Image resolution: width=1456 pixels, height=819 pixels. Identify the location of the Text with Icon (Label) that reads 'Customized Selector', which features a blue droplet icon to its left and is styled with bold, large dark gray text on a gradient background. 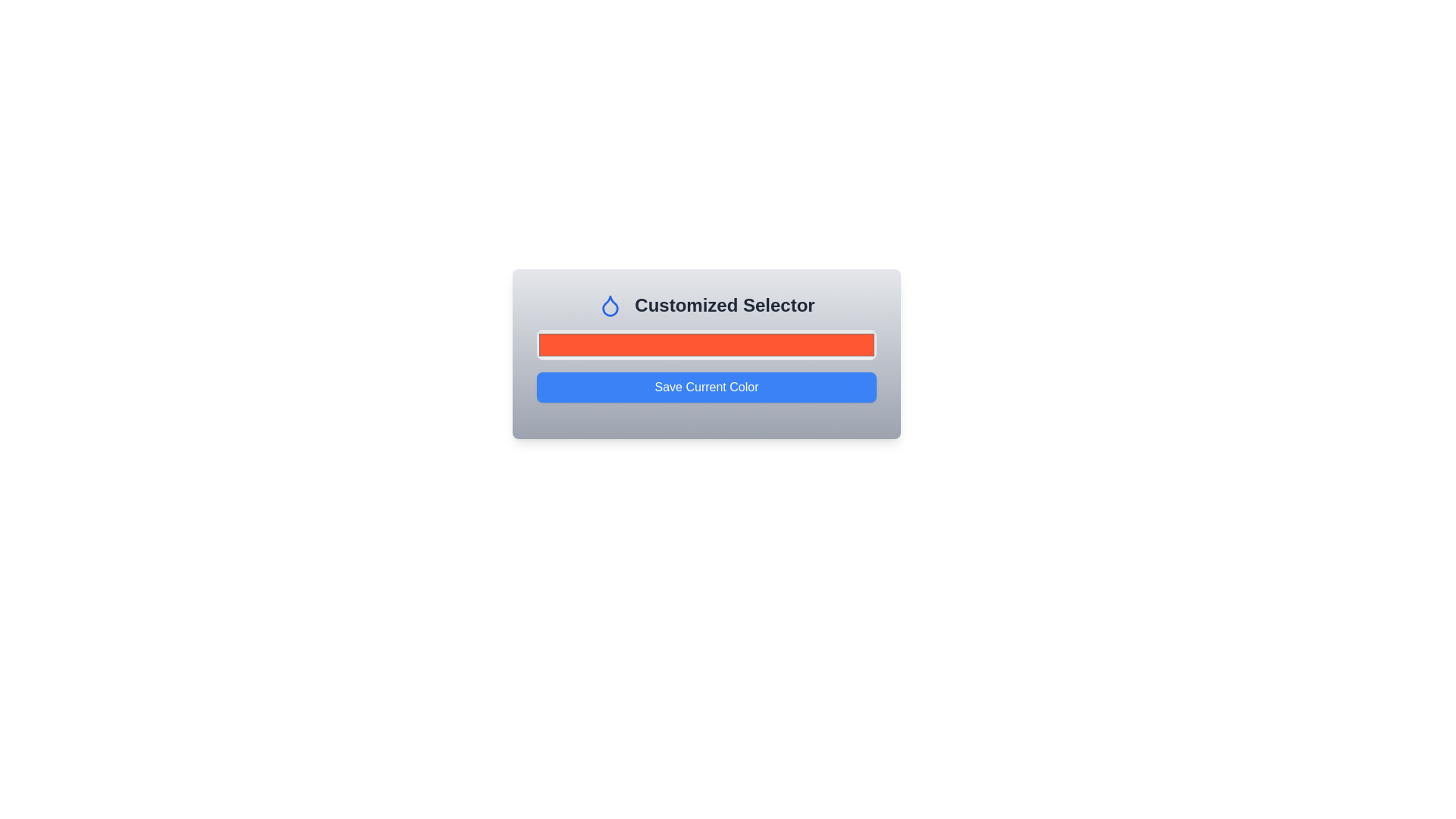
(705, 305).